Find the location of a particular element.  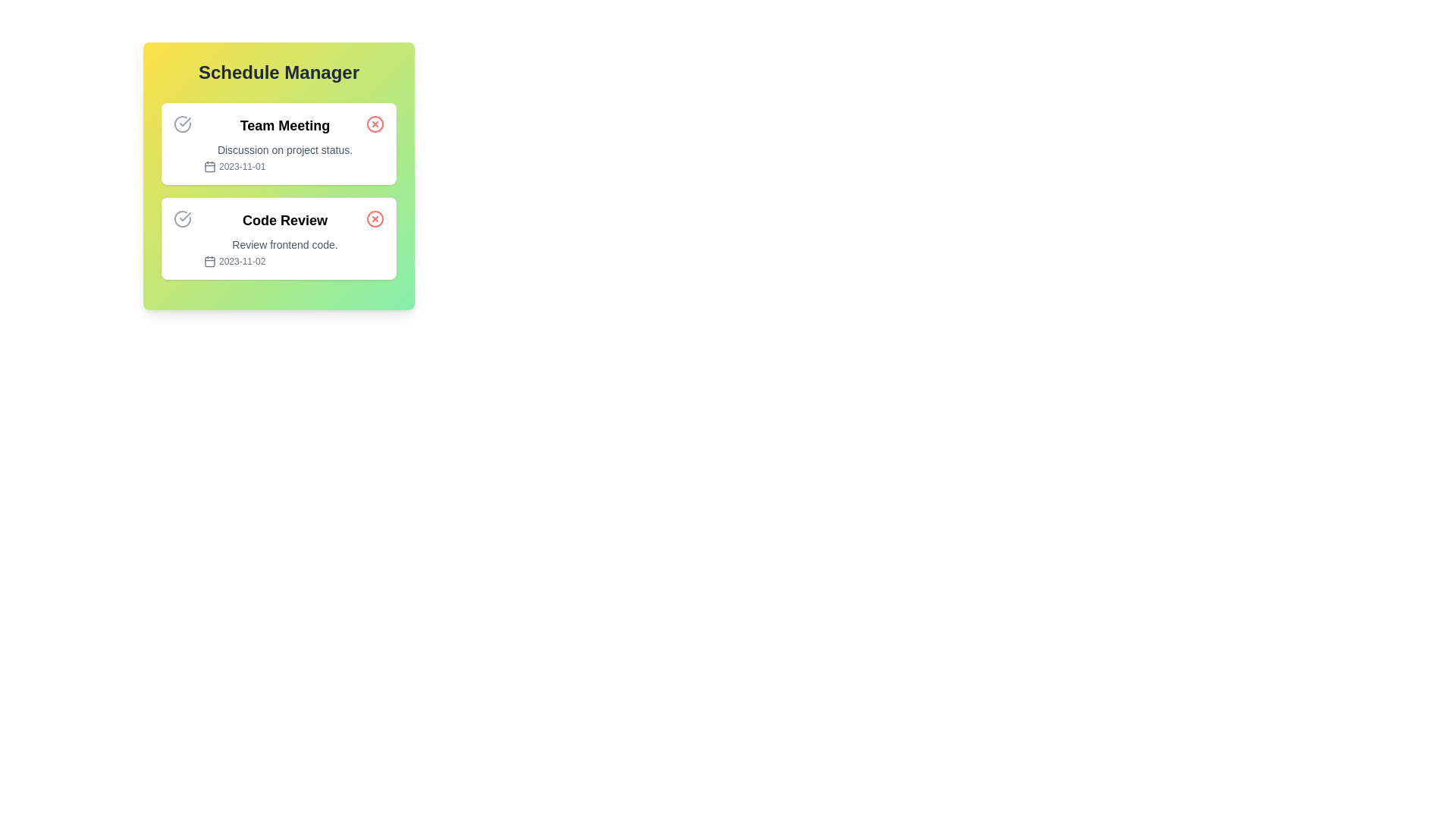

the deletion button located at the top-right corner of the 'Code Review' section in the 'Schedule Manager' to observe the hover effect is located at coordinates (375, 219).